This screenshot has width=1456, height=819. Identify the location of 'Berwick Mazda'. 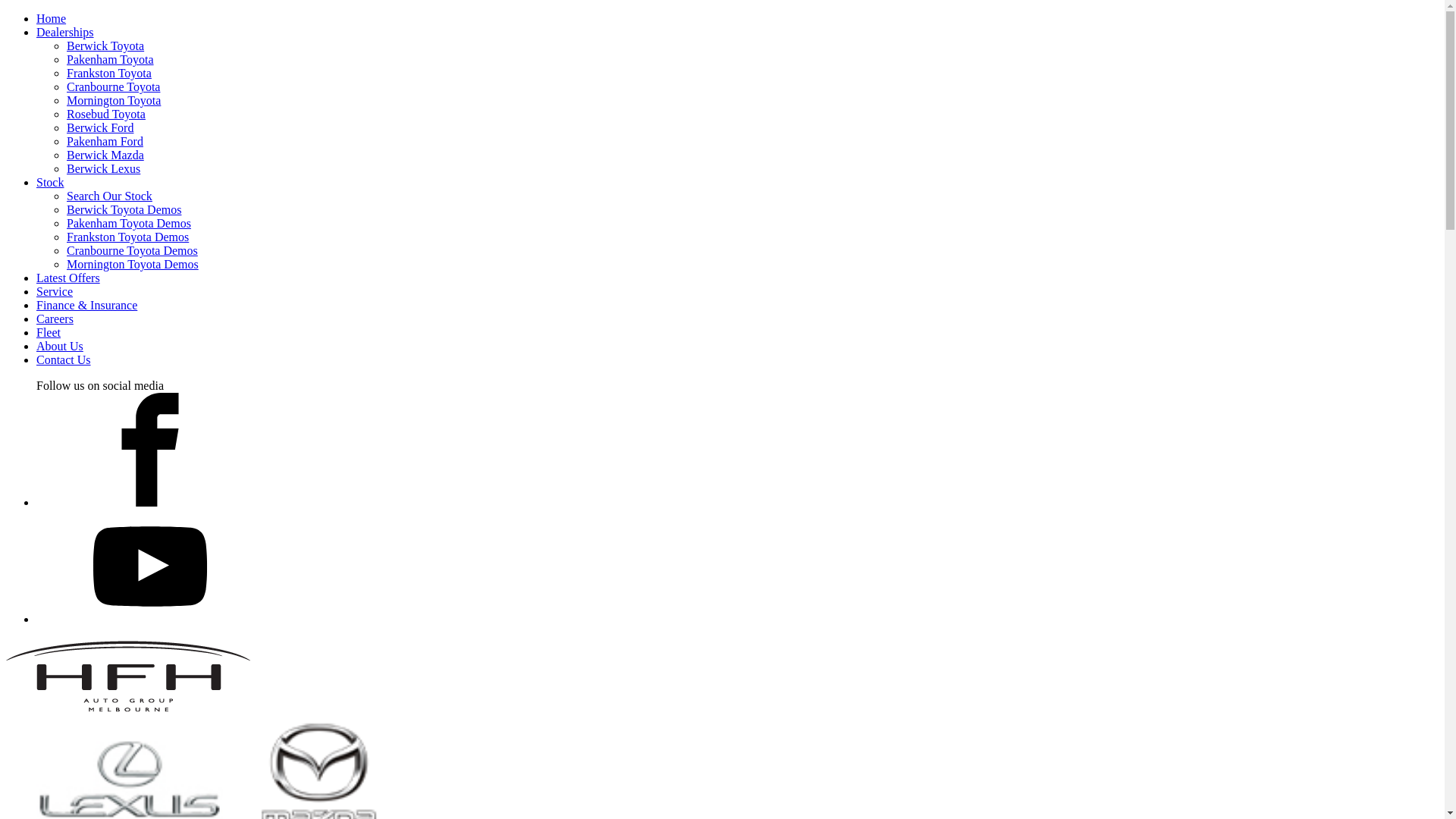
(105, 155).